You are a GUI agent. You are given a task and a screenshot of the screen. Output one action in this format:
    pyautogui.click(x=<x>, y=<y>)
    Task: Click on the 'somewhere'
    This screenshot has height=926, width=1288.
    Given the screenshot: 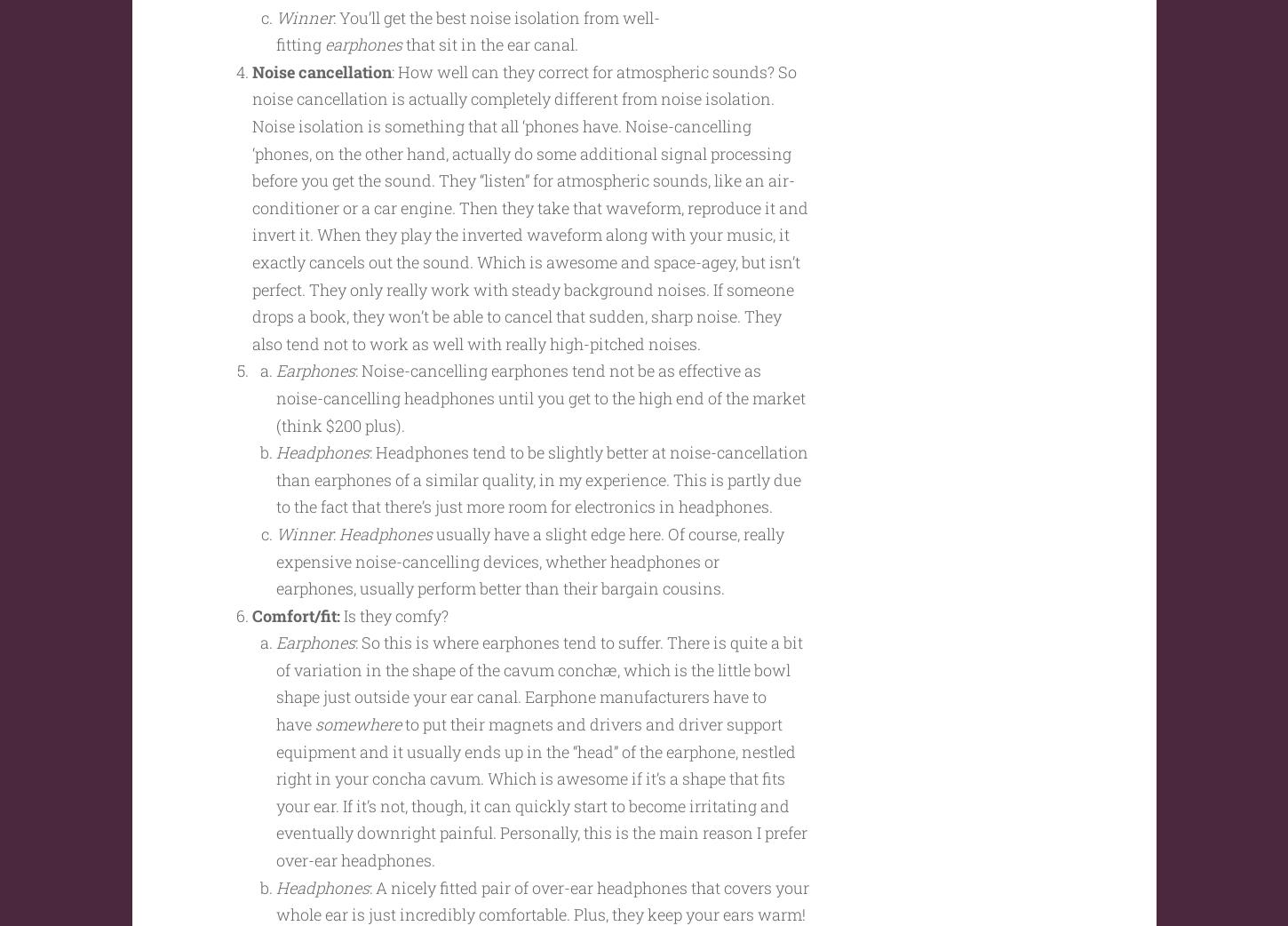 What is the action you would take?
    pyautogui.click(x=358, y=757)
    